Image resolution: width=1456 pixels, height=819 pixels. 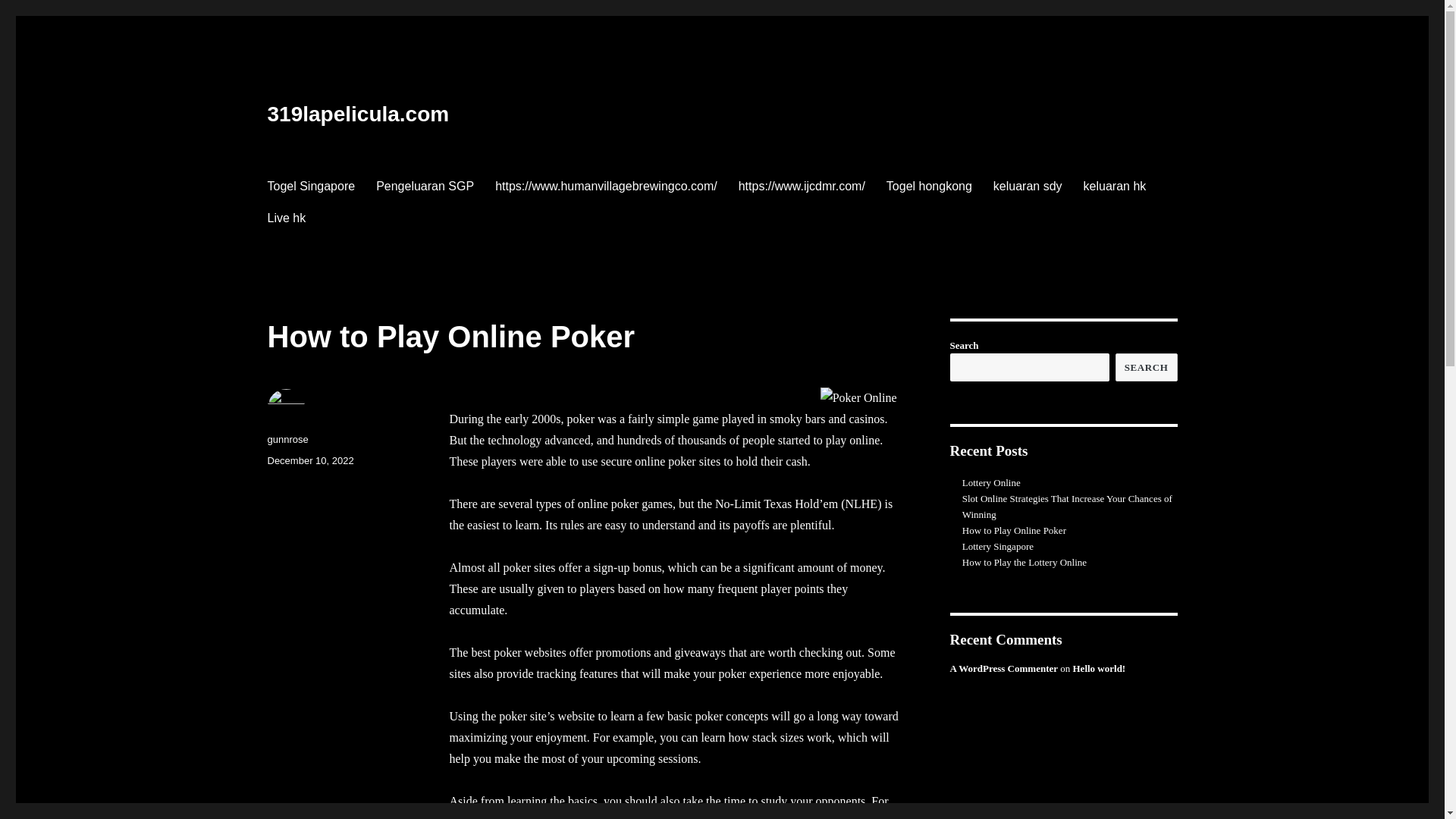 What do you see at coordinates (425, 185) in the screenshot?
I see `'Pengeluaran SGP'` at bounding box center [425, 185].